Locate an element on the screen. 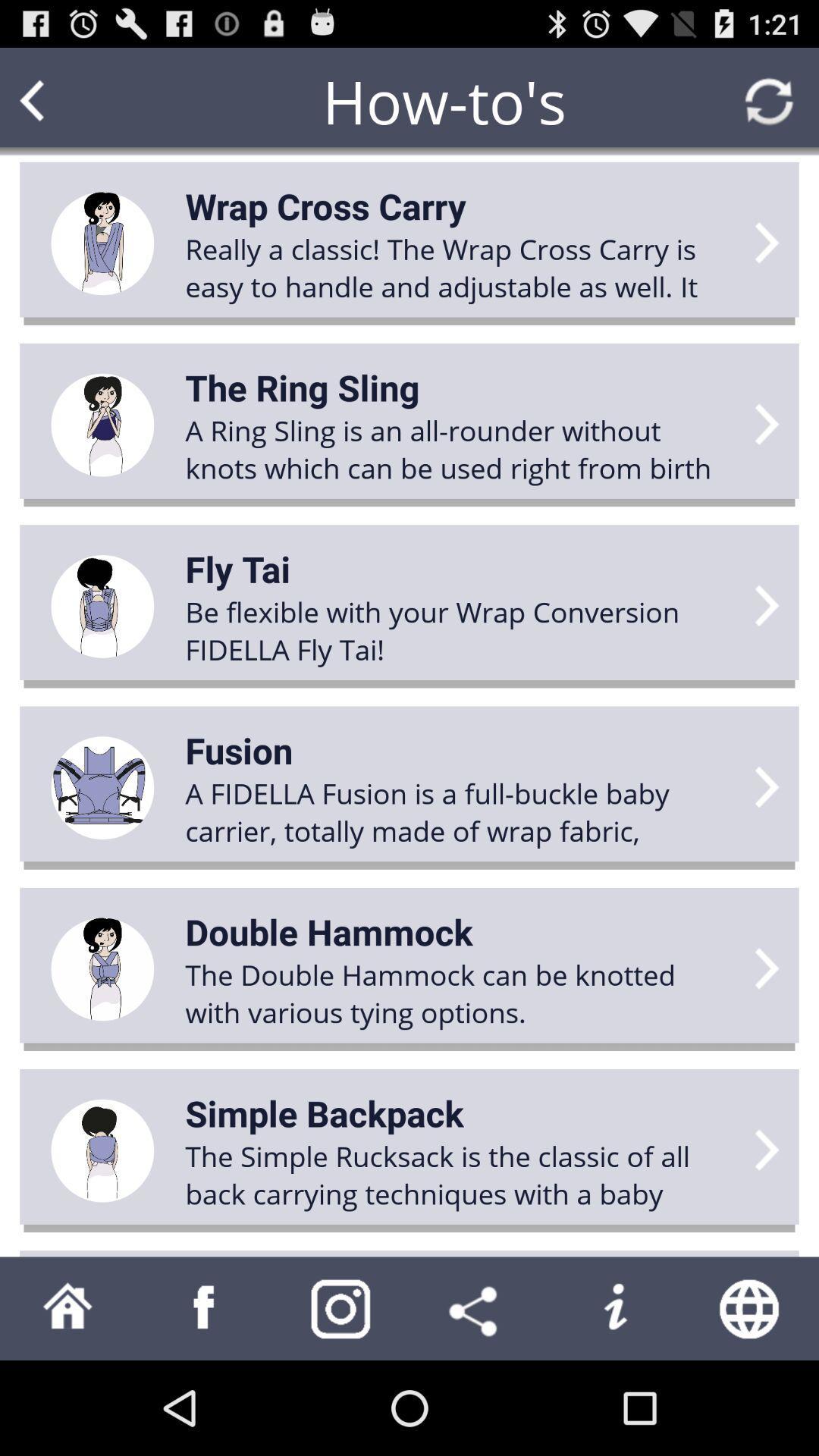 The width and height of the screenshot is (819, 1456). back to home is located at coordinates (67, 1307).